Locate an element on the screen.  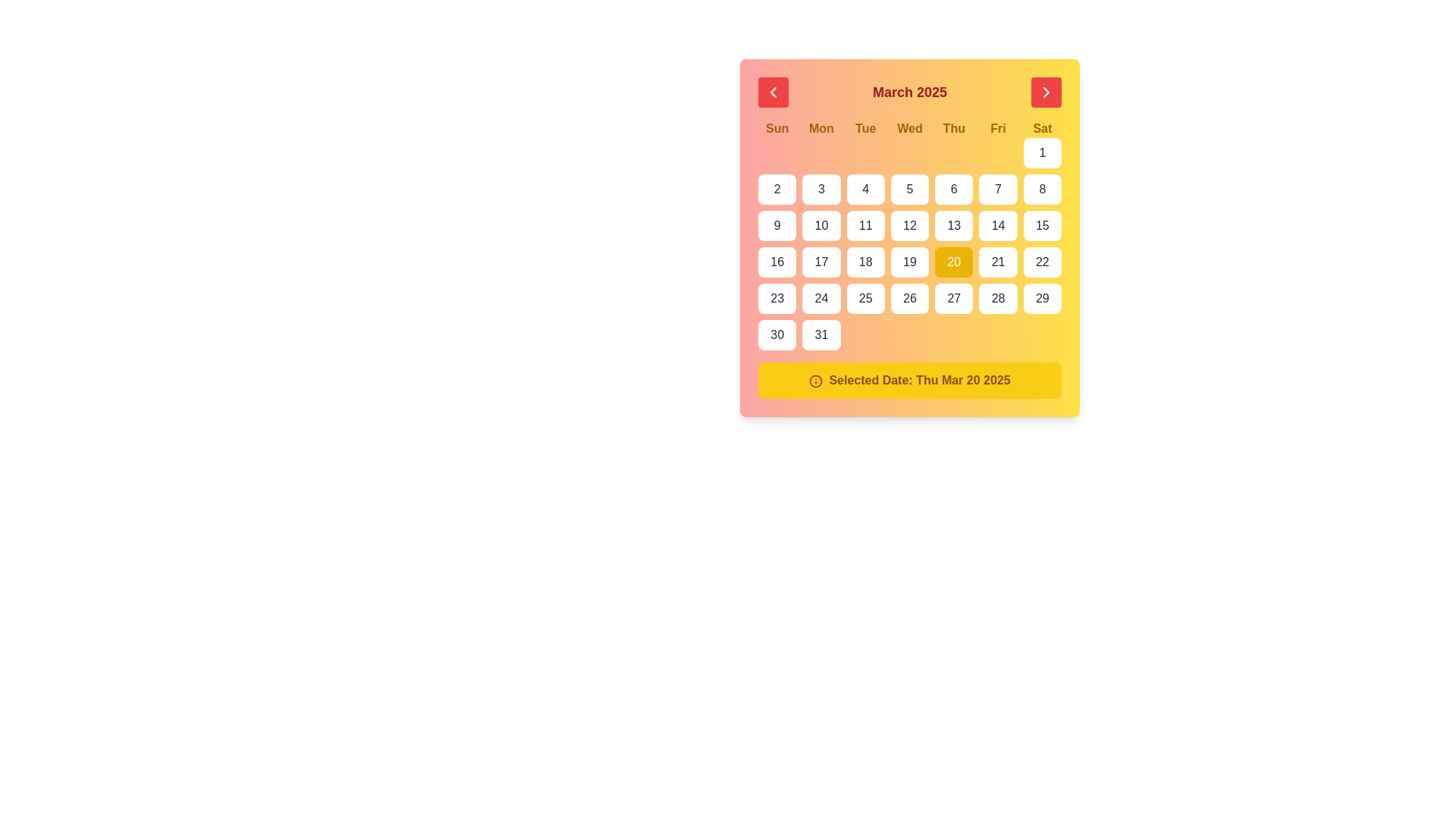
the square button with rounded corners displaying the number '11' is located at coordinates (865, 225).